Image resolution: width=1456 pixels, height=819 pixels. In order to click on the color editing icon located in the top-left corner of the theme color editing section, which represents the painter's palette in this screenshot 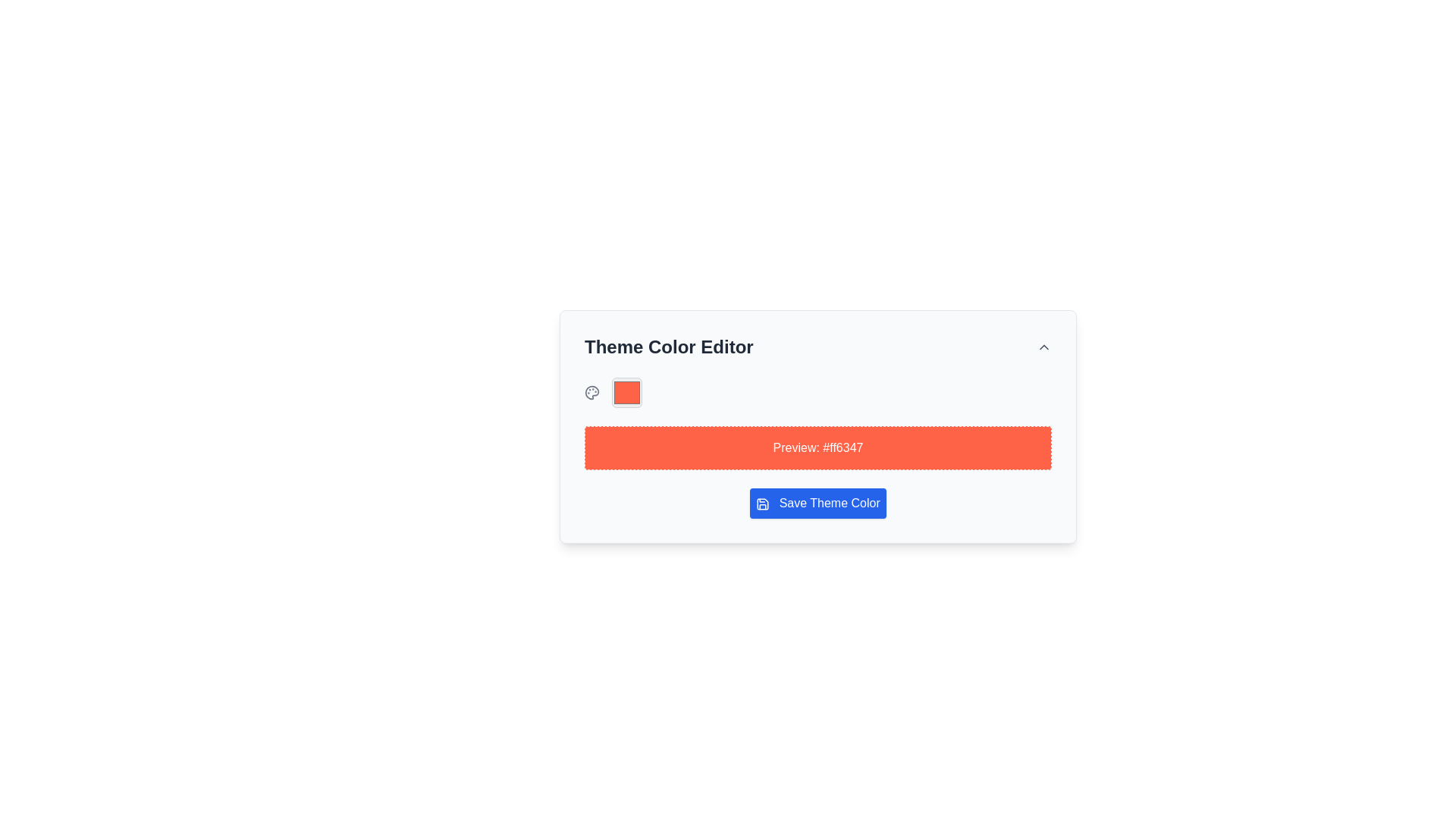, I will do `click(591, 391)`.